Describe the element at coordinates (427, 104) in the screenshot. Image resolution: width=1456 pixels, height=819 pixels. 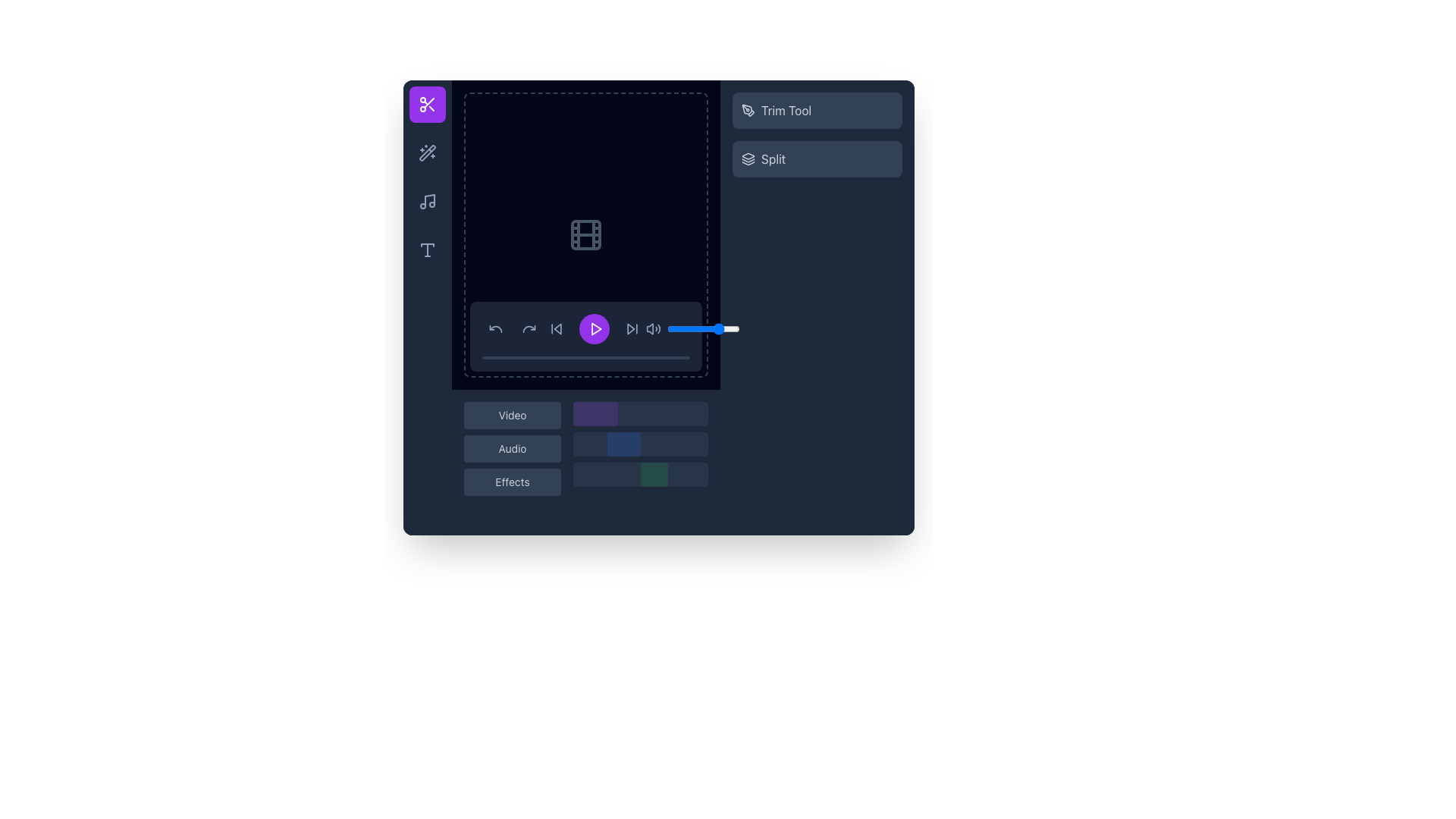
I see `the cutting tool icon button located in the top-left corner of the vertical toolbar` at that location.